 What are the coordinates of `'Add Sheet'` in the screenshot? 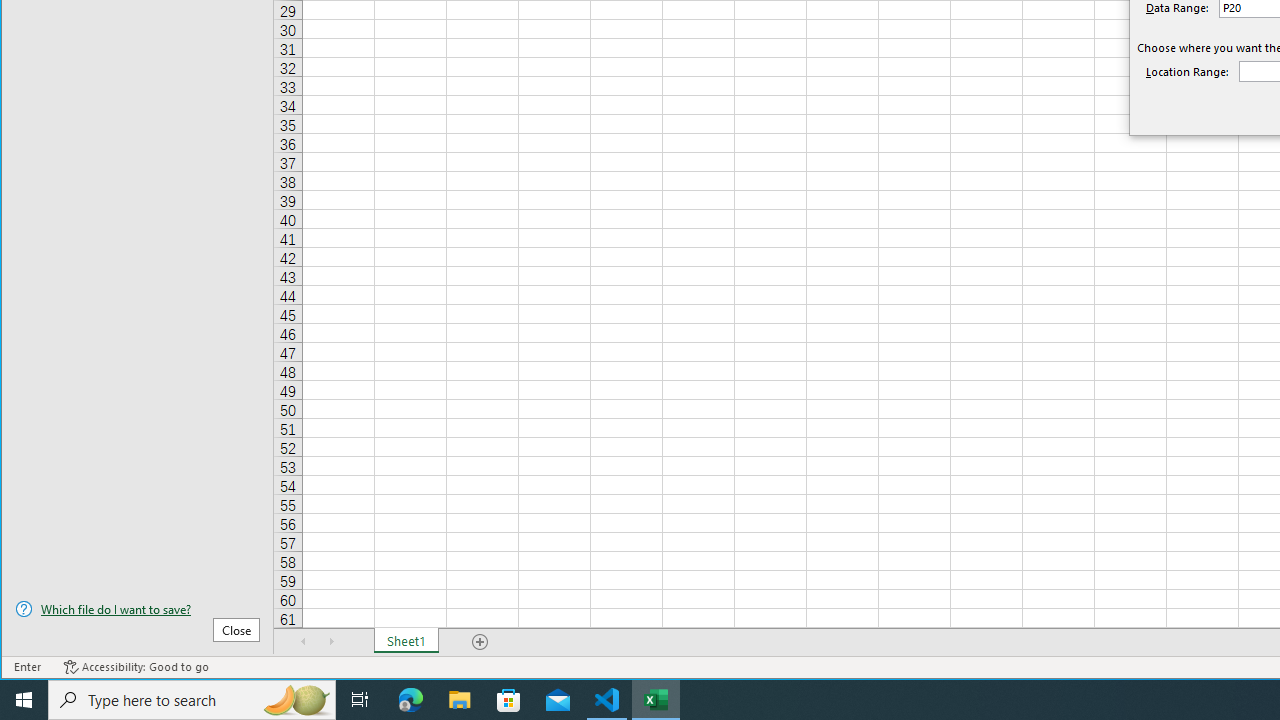 It's located at (481, 641).